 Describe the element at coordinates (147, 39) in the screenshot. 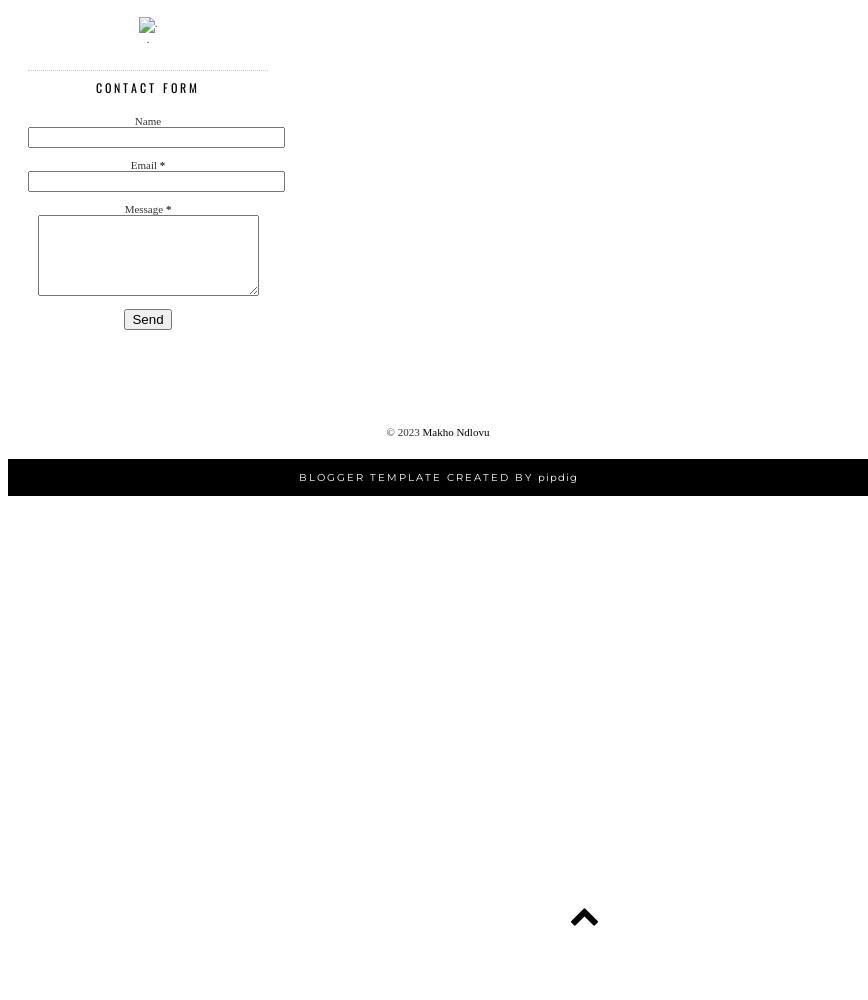

I see `'.'` at that location.